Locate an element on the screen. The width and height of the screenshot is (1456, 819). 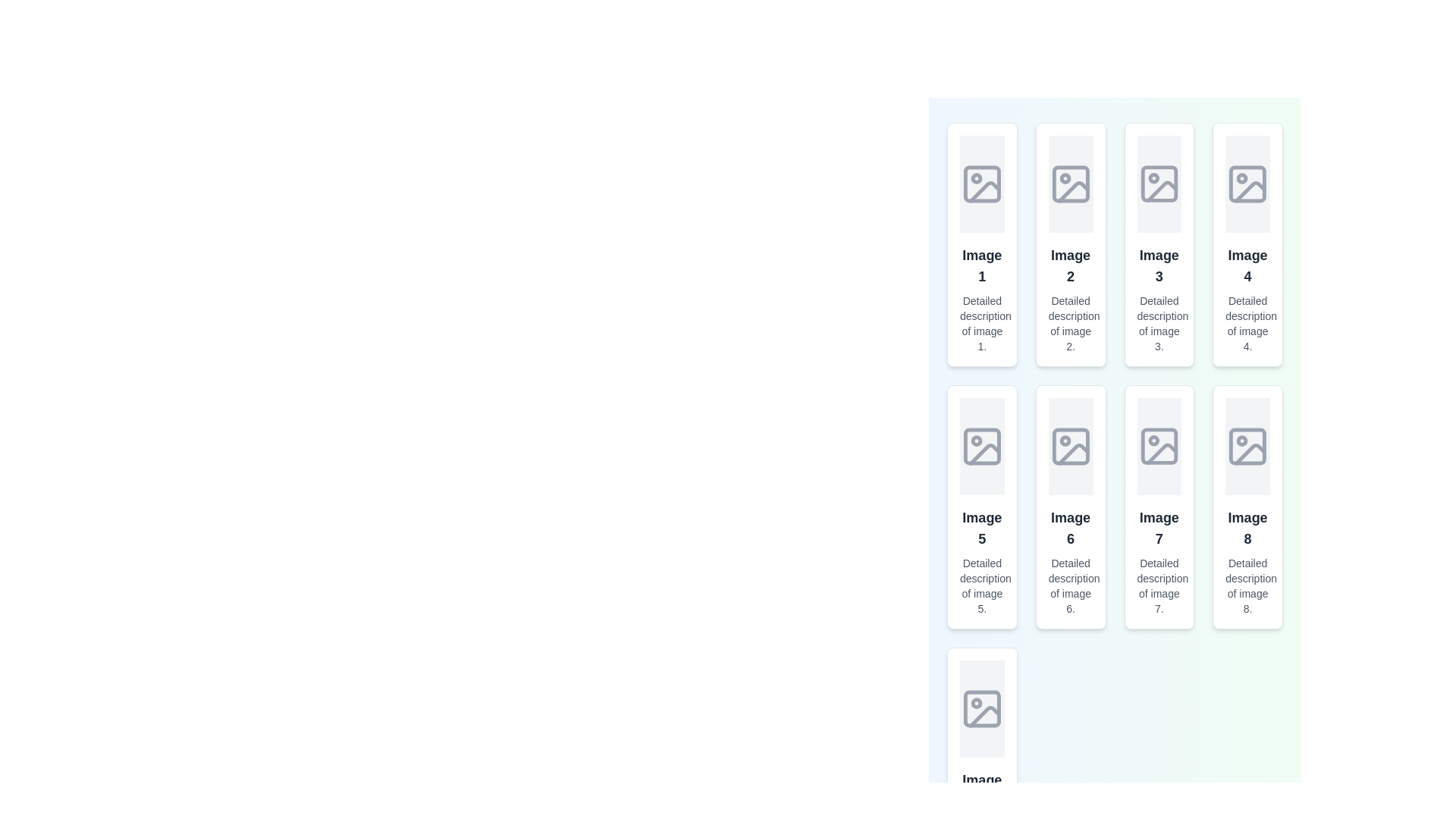
to interact with the Image preview card located in the third row and third column of the grid layout is located at coordinates (1158, 507).